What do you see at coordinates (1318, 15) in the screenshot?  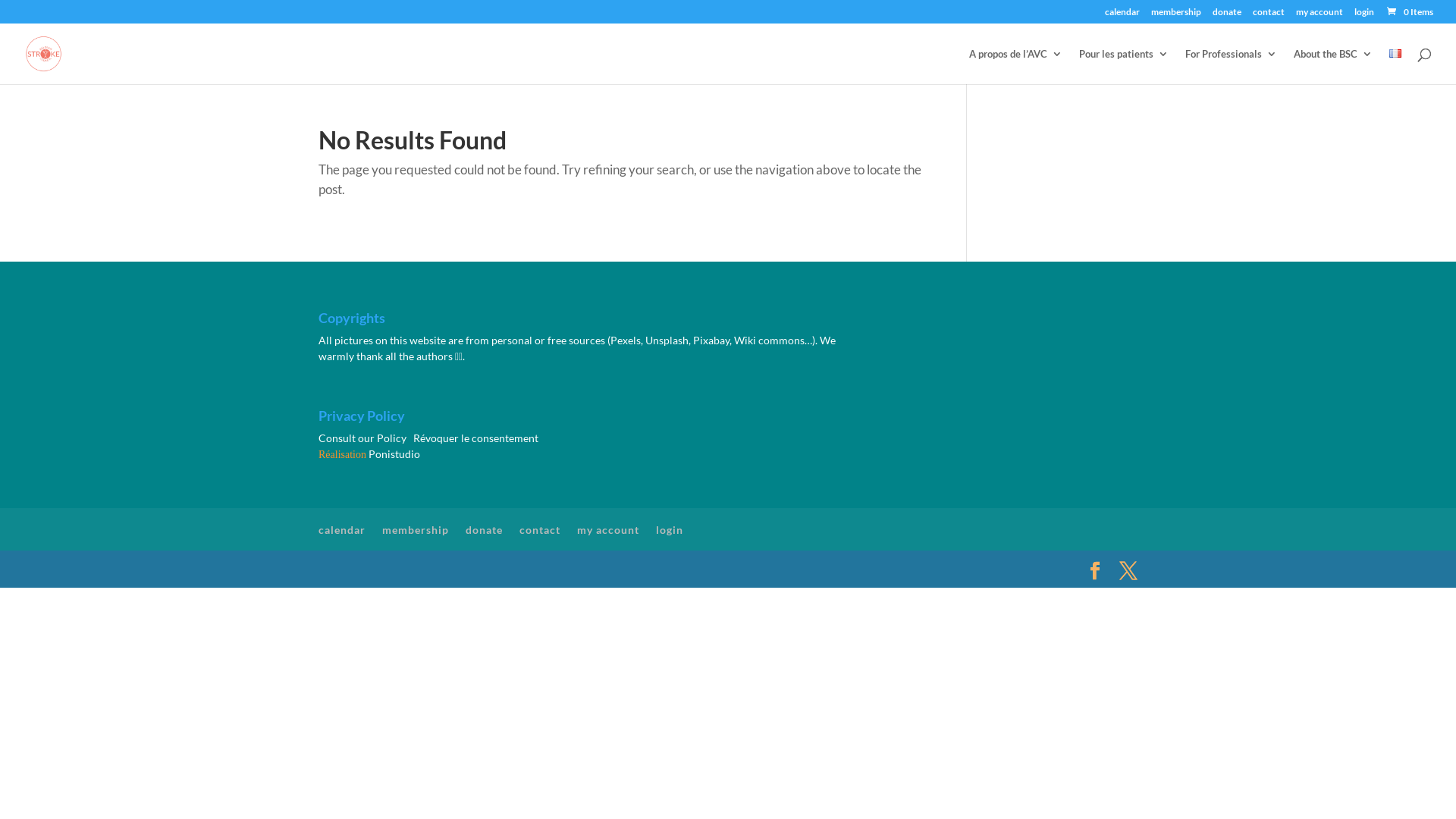 I see `'my account'` at bounding box center [1318, 15].